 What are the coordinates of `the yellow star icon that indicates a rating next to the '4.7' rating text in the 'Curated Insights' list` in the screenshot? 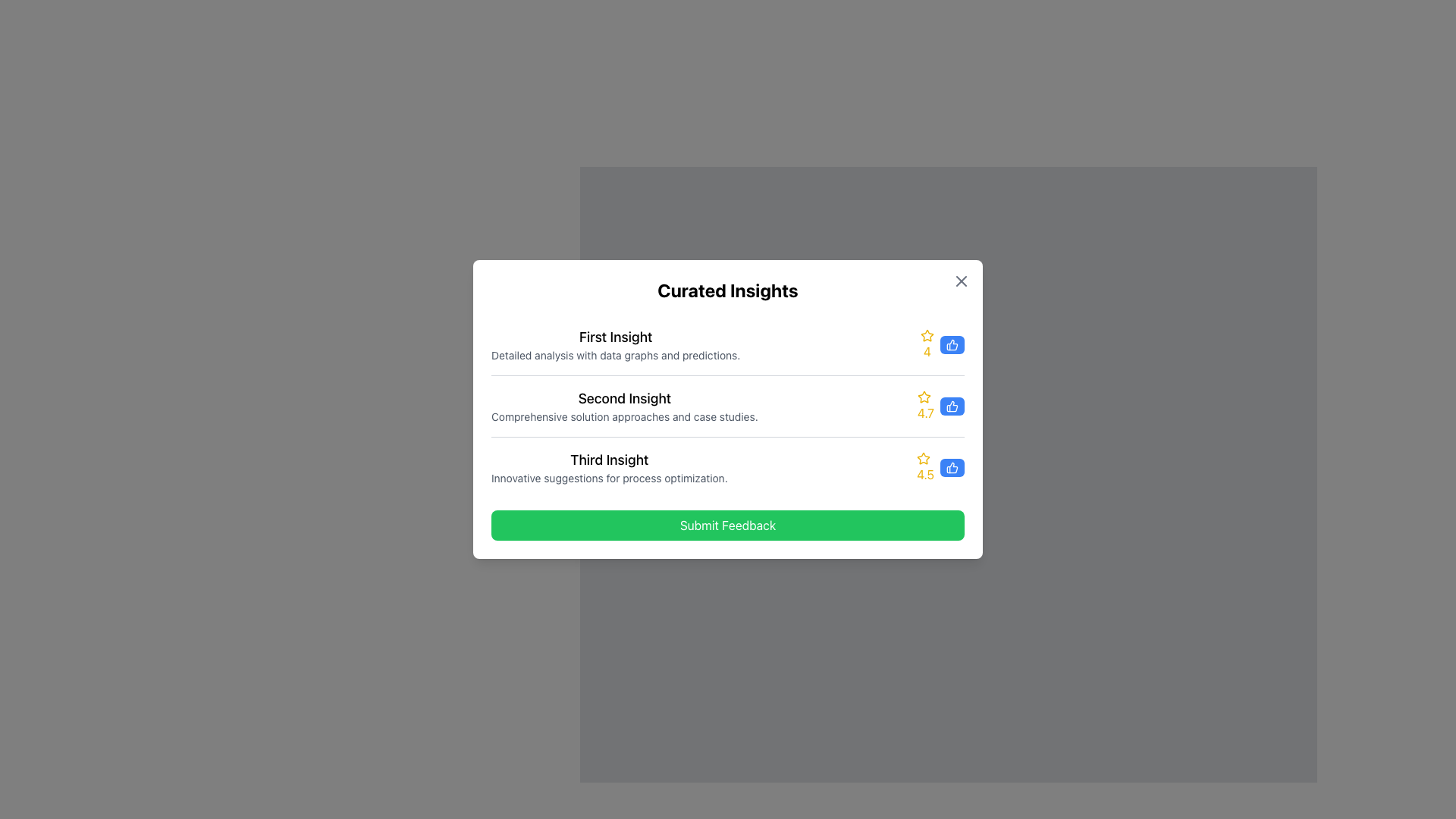 It's located at (923, 397).